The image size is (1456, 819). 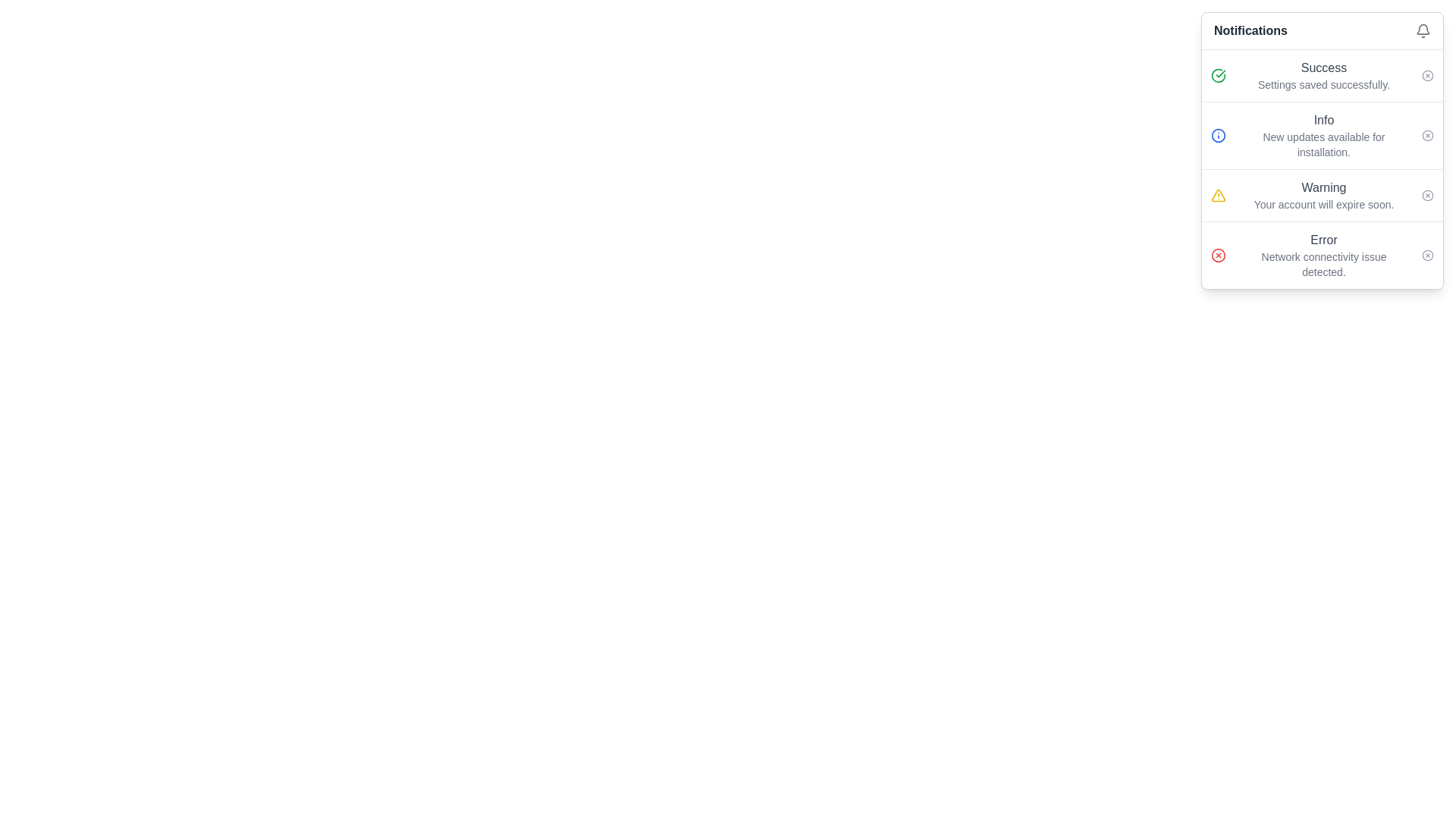 I want to click on the small circular dismiss button with a cross symbol located at the far-right end of the 'Info' notification message, so click(x=1426, y=134).